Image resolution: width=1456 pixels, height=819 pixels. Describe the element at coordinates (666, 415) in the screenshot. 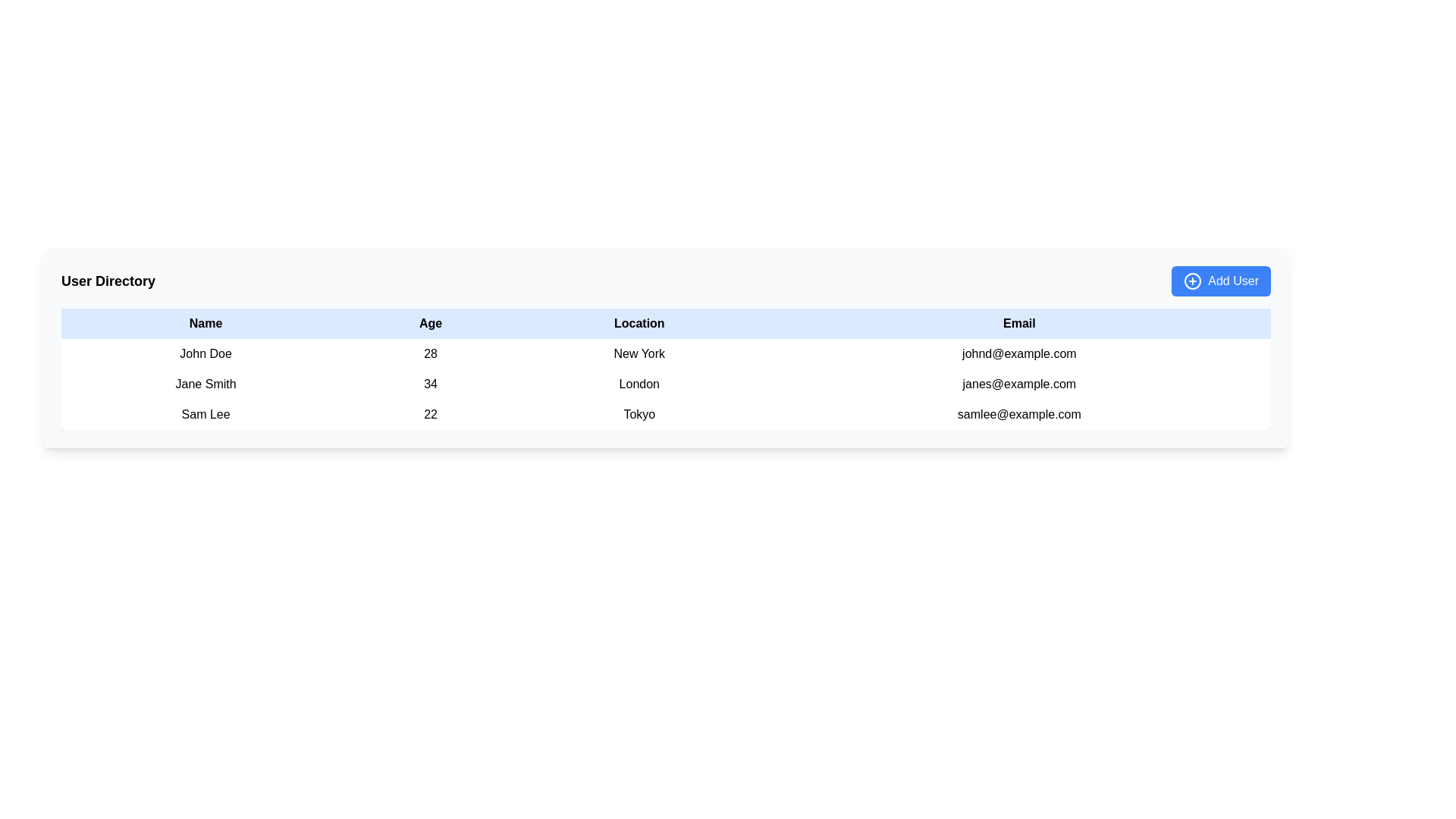

I see `to select the third row in the user directory table displaying user information for 'Sam Lee', including his name, age, location, and email` at that location.